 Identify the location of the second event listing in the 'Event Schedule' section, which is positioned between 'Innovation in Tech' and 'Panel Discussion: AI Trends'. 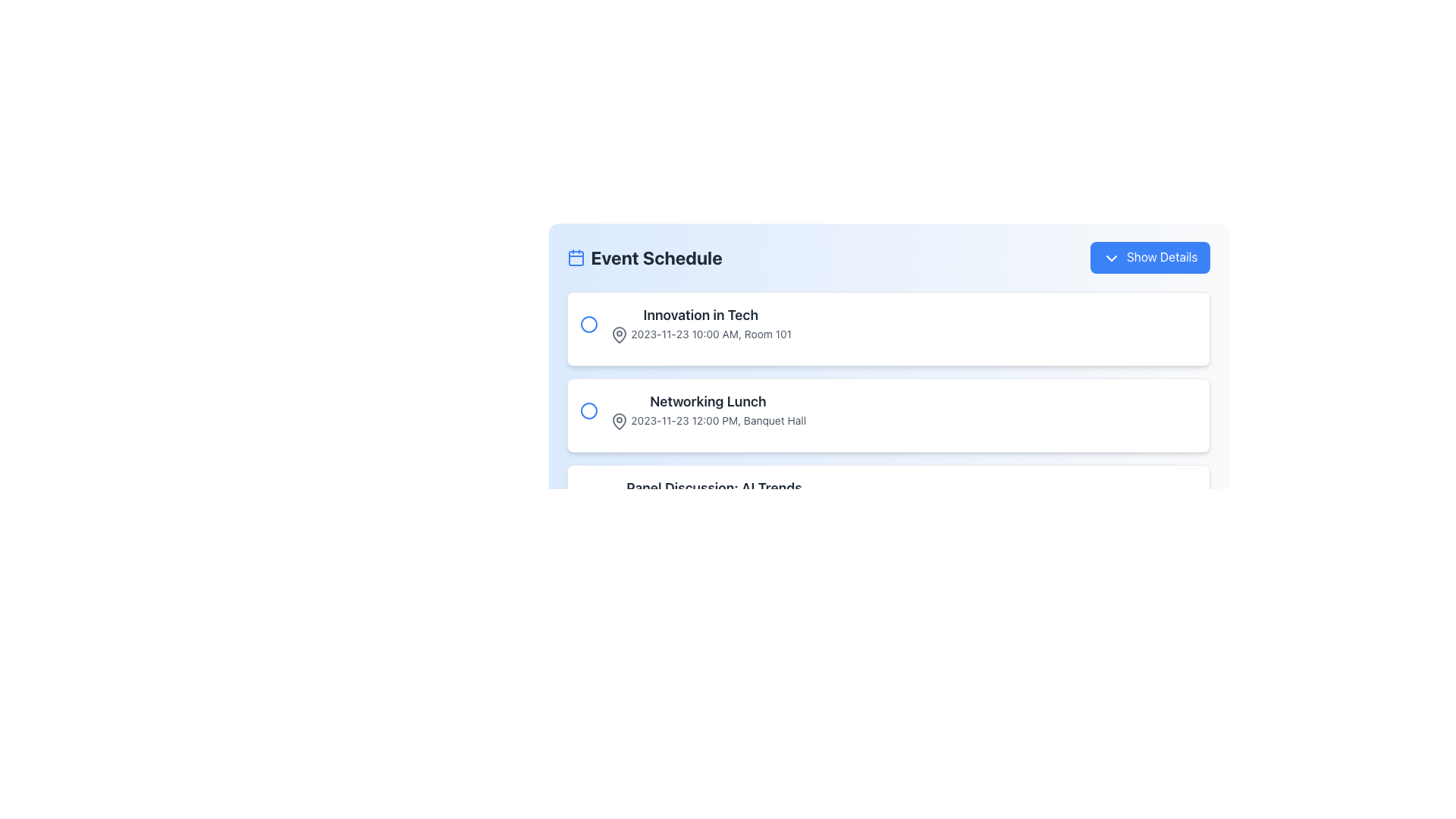
(888, 410).